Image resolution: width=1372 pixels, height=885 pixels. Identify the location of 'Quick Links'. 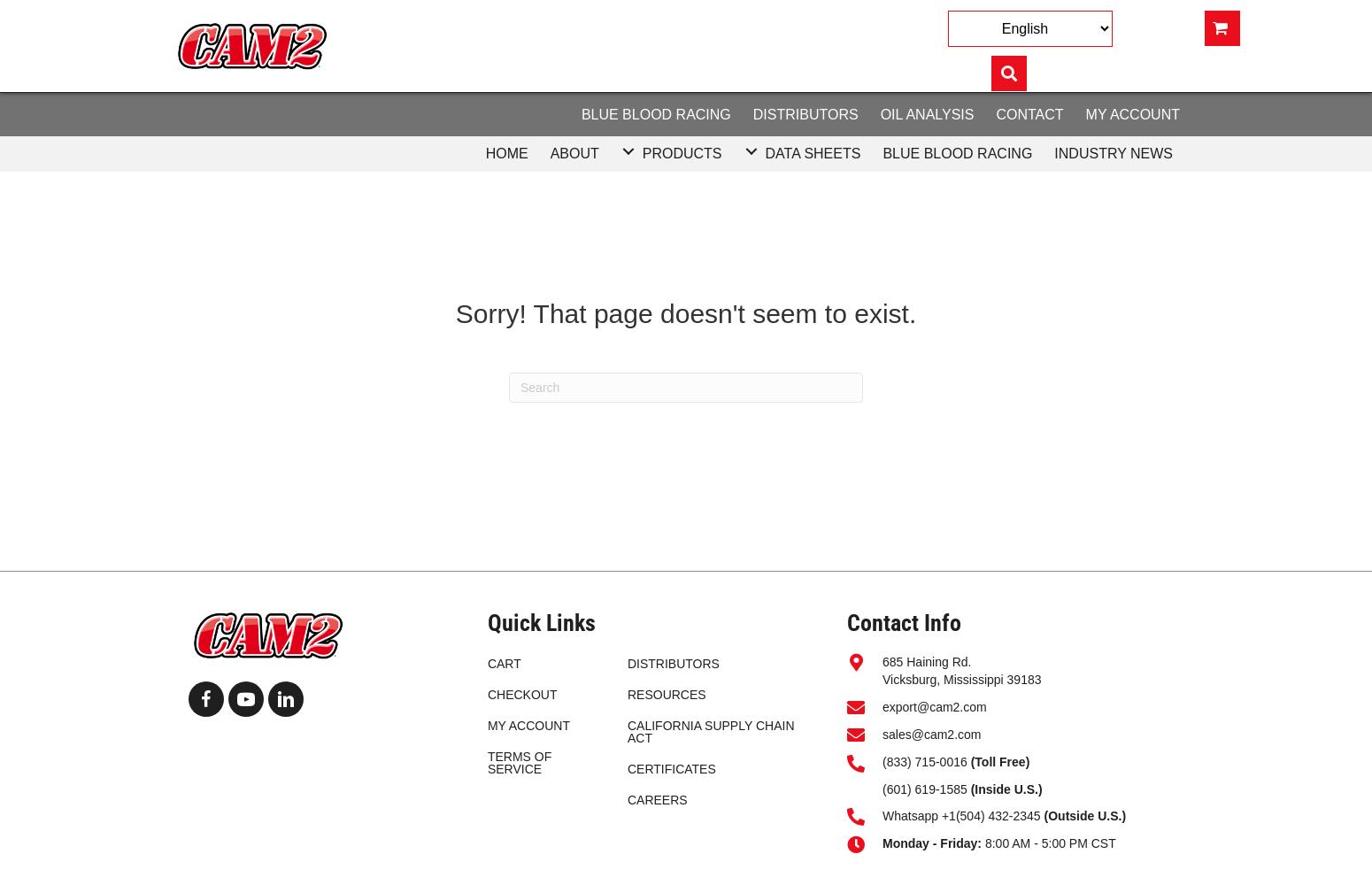
(541, 621).